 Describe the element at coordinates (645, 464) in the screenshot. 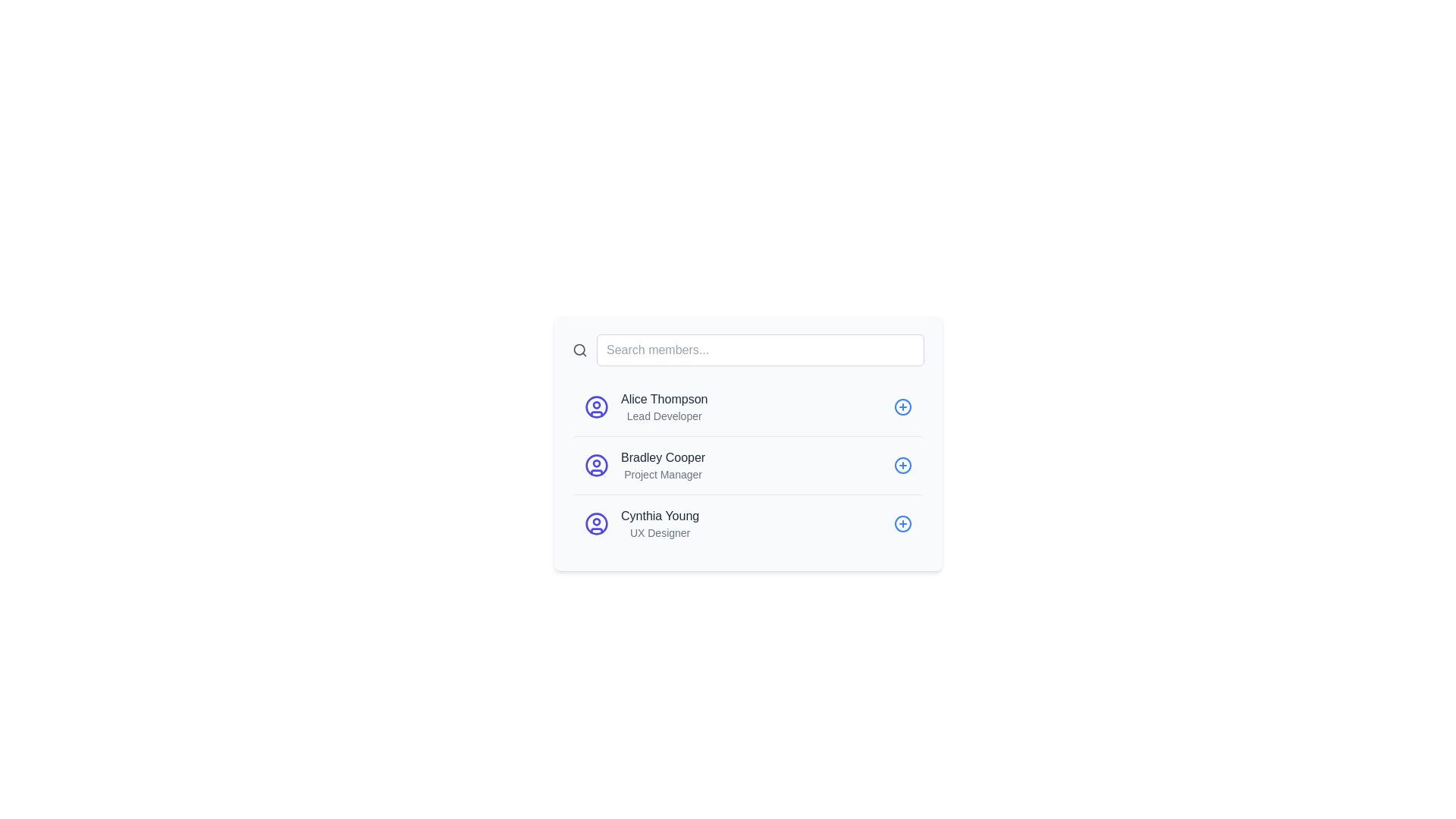

I see `the Profile display item for Bradley Cooper, which is the second entry` at that location.